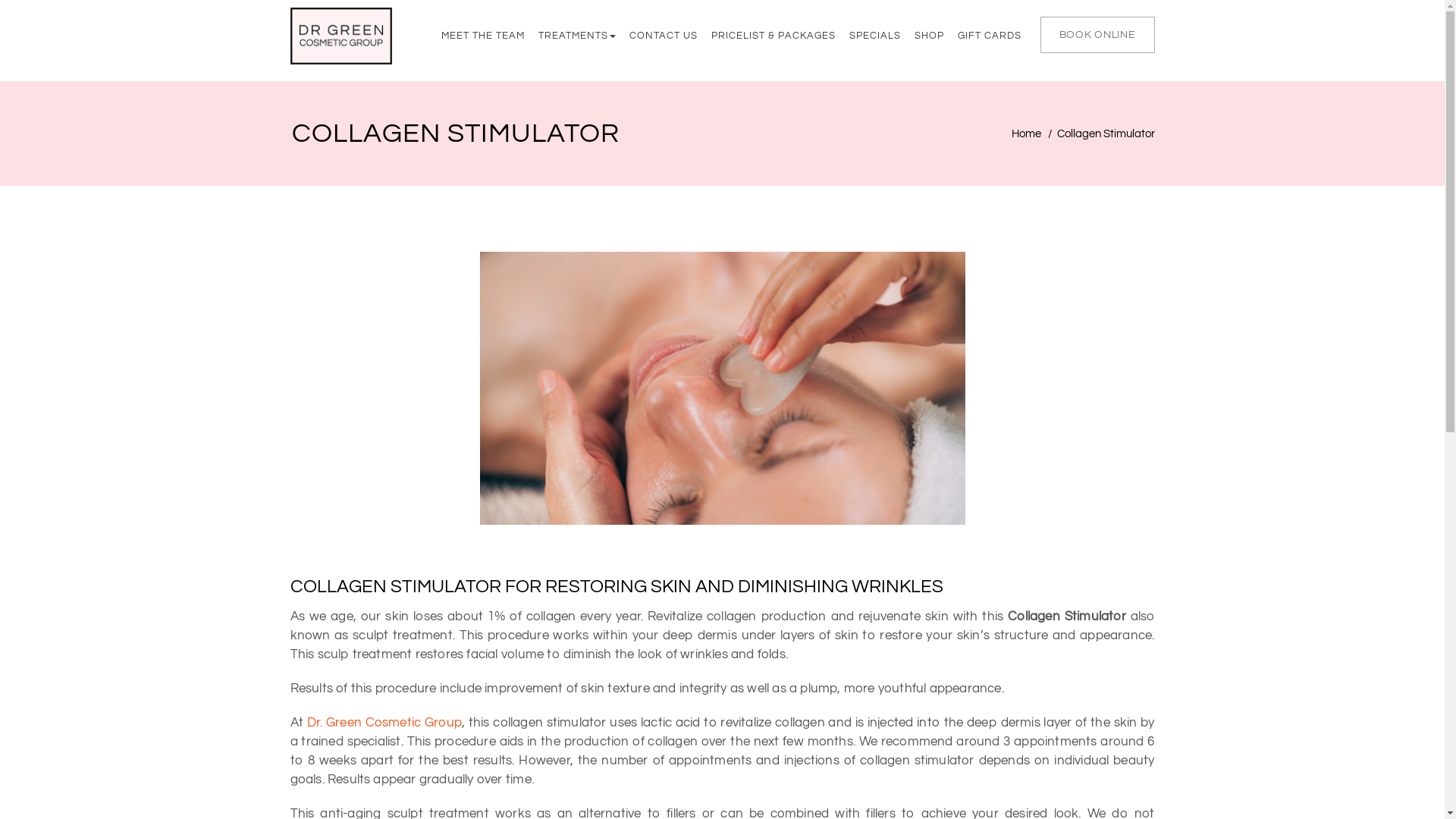  I want to click on 'BOOK ONLINE', so click(1040, 34).